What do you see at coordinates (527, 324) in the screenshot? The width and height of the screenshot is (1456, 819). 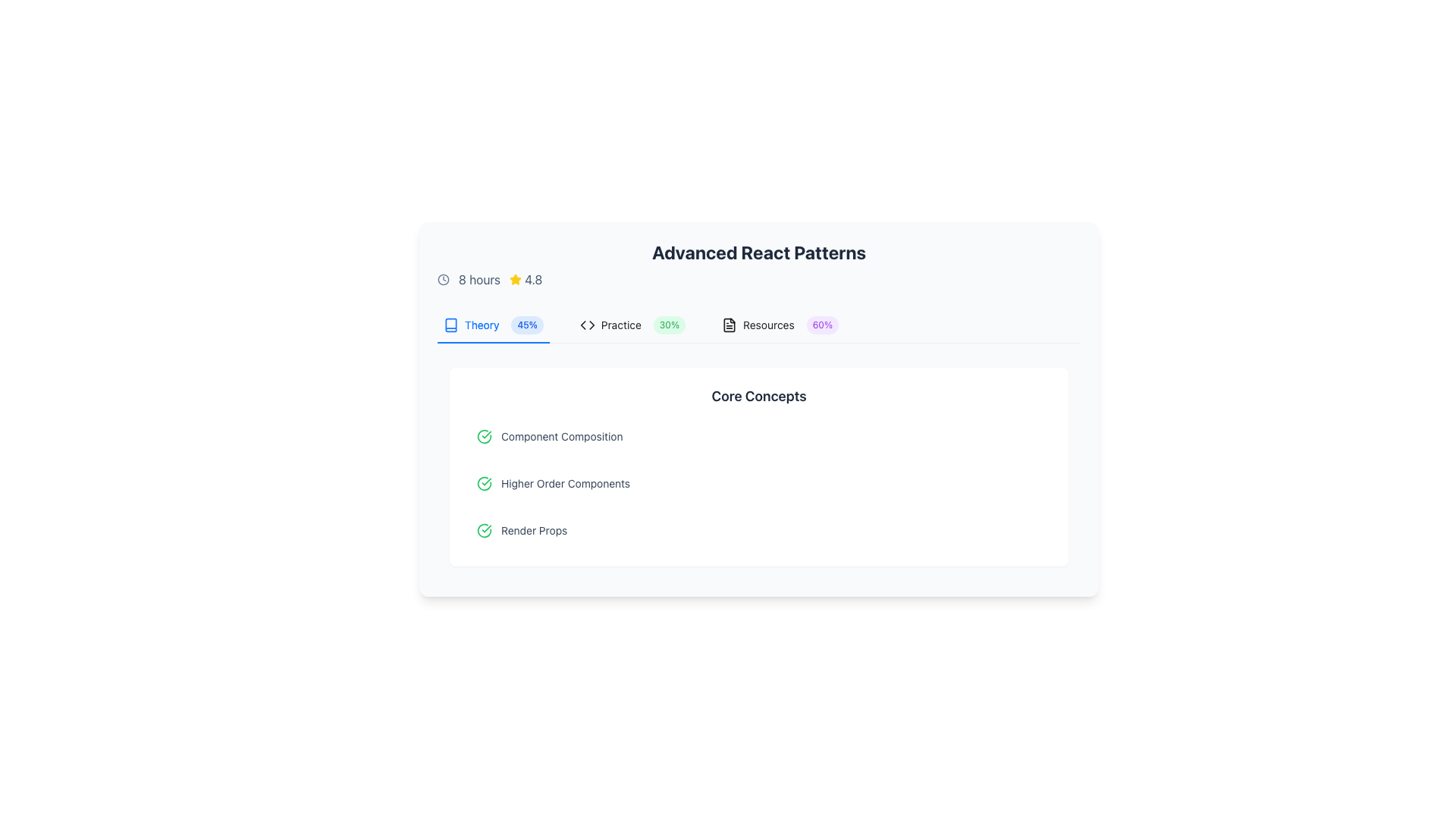 I see `the pill-shaped label displaying '45%' with a light blue background, located to the right of the 'Theory' text` at bounding box center [527, 324].